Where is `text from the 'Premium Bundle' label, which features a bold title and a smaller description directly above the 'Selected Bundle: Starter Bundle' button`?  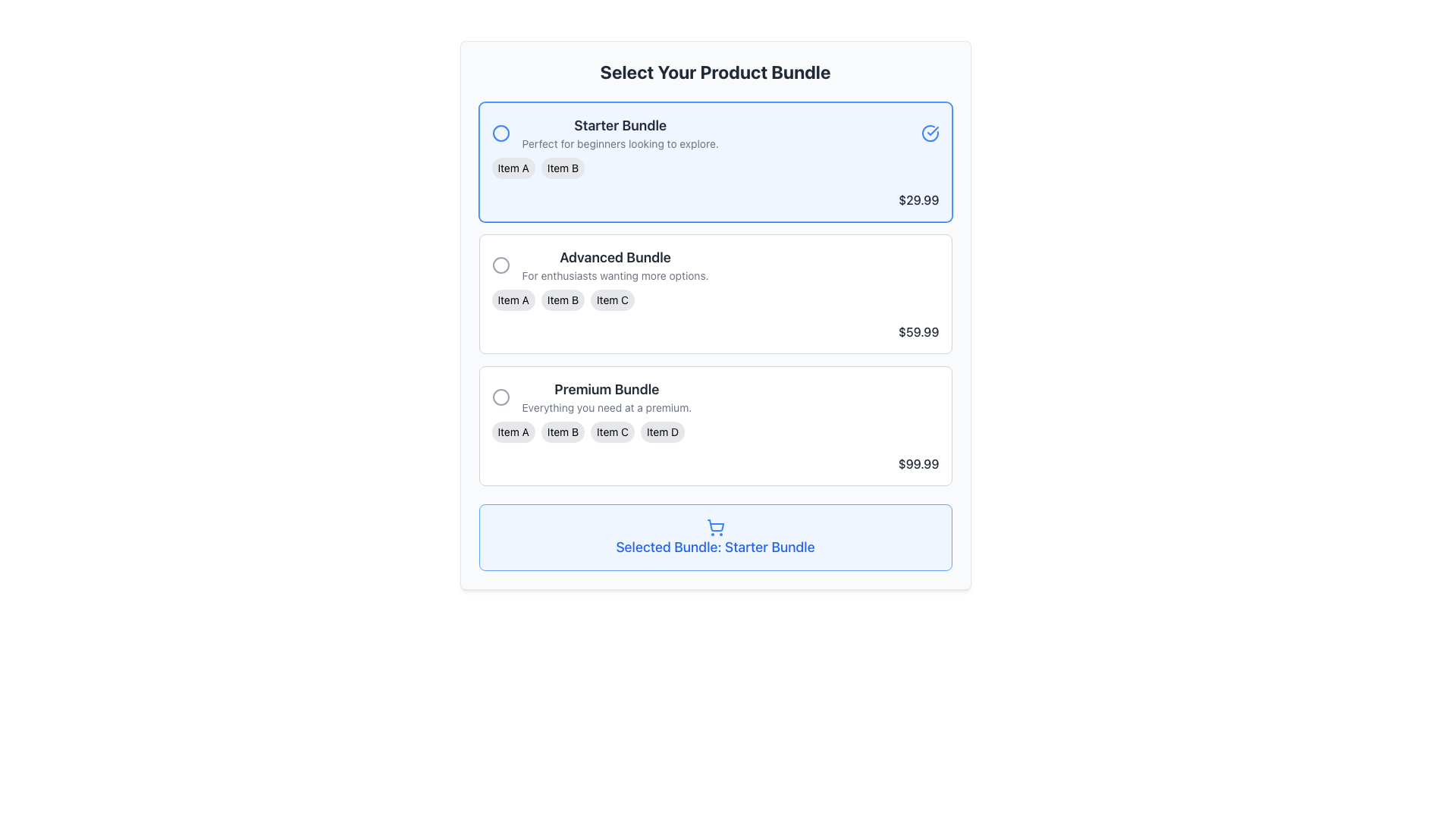 text from the 'Premium Bundle' label, which features a bold title and a smaller description directly above the 'Selected Bundle: Starter Bundle' button is located at coordinates (607, 397).